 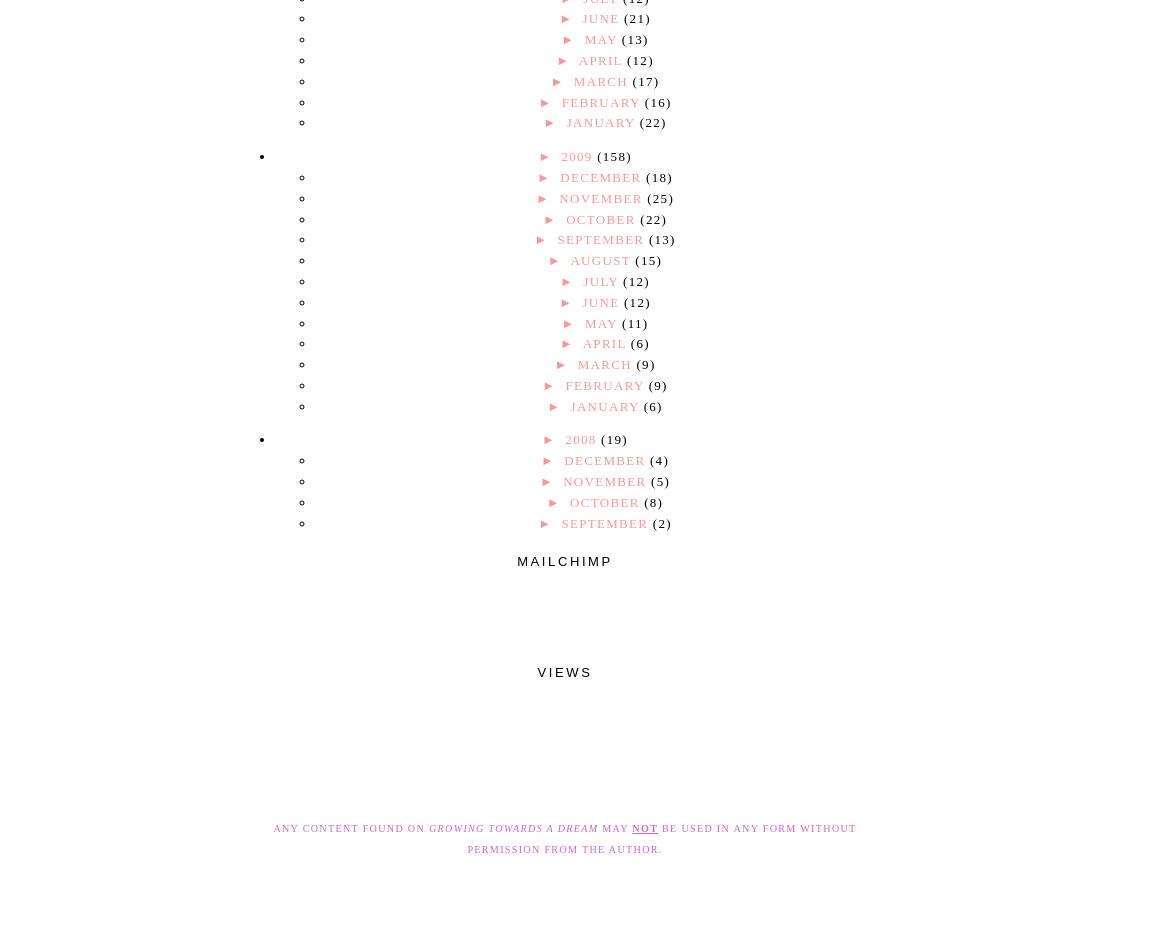 What do you see at coordinates (578, 156) in the screenshot?
I see `'2009'` at bounding box center [578, 156].